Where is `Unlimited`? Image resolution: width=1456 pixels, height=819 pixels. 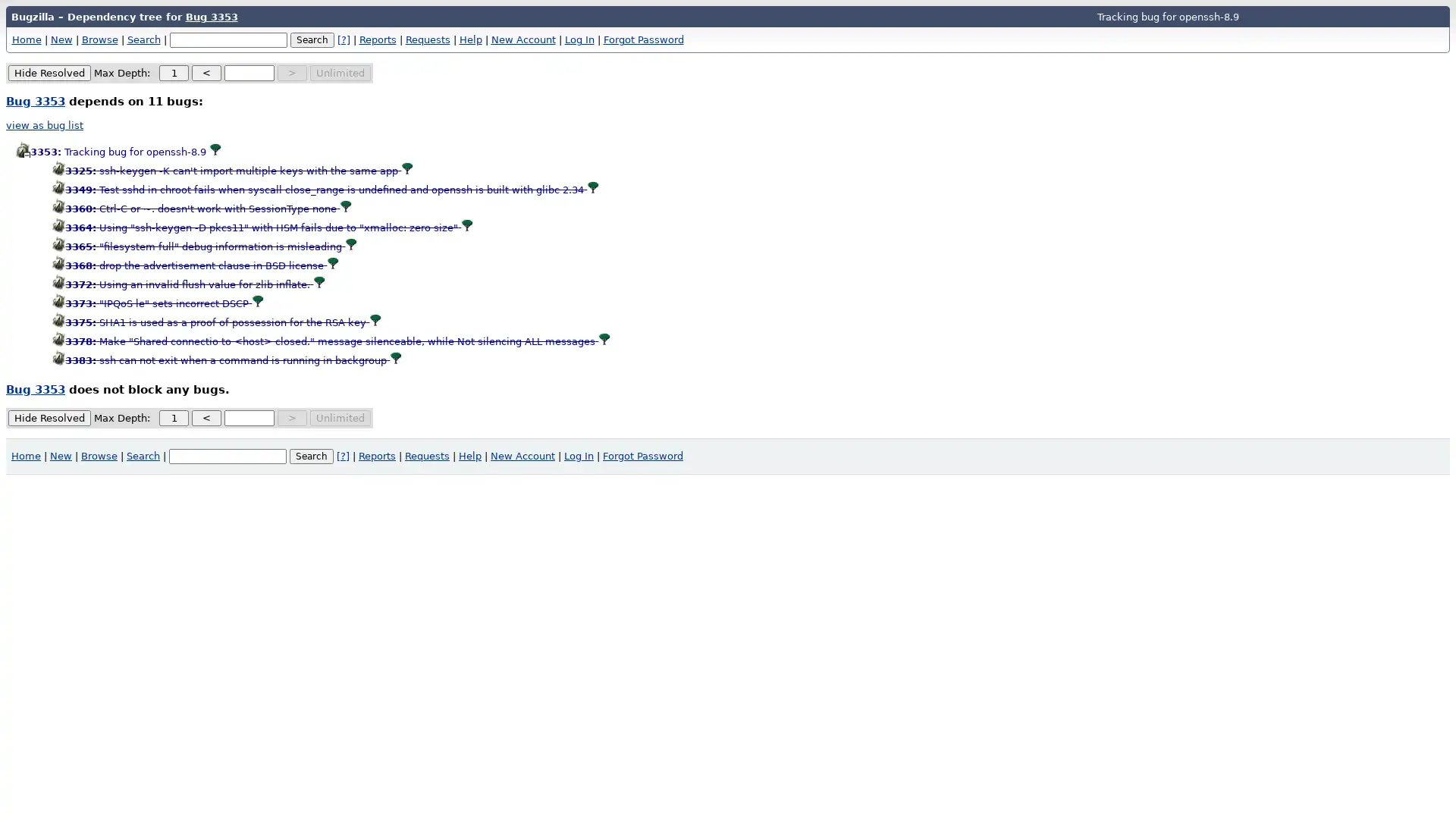
Unlimited is located at coordinates (340, 73).